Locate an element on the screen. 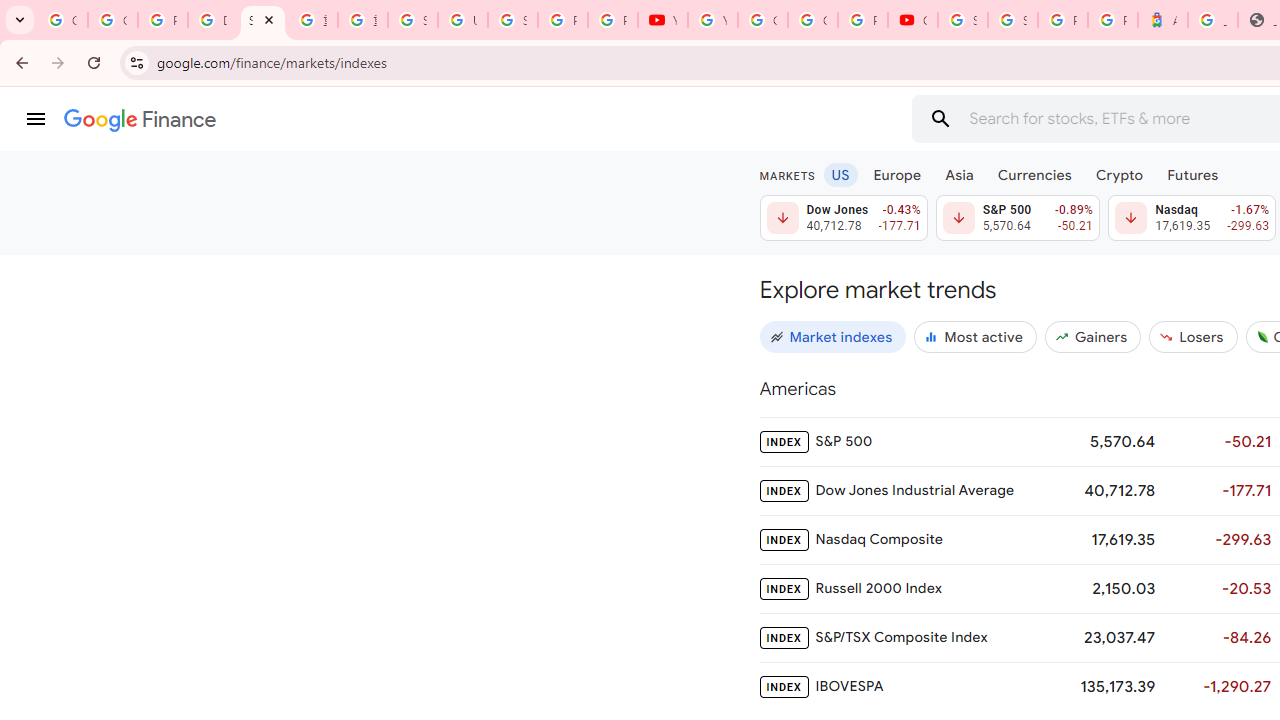  'Futures' is located at coordinates (1192, 173).